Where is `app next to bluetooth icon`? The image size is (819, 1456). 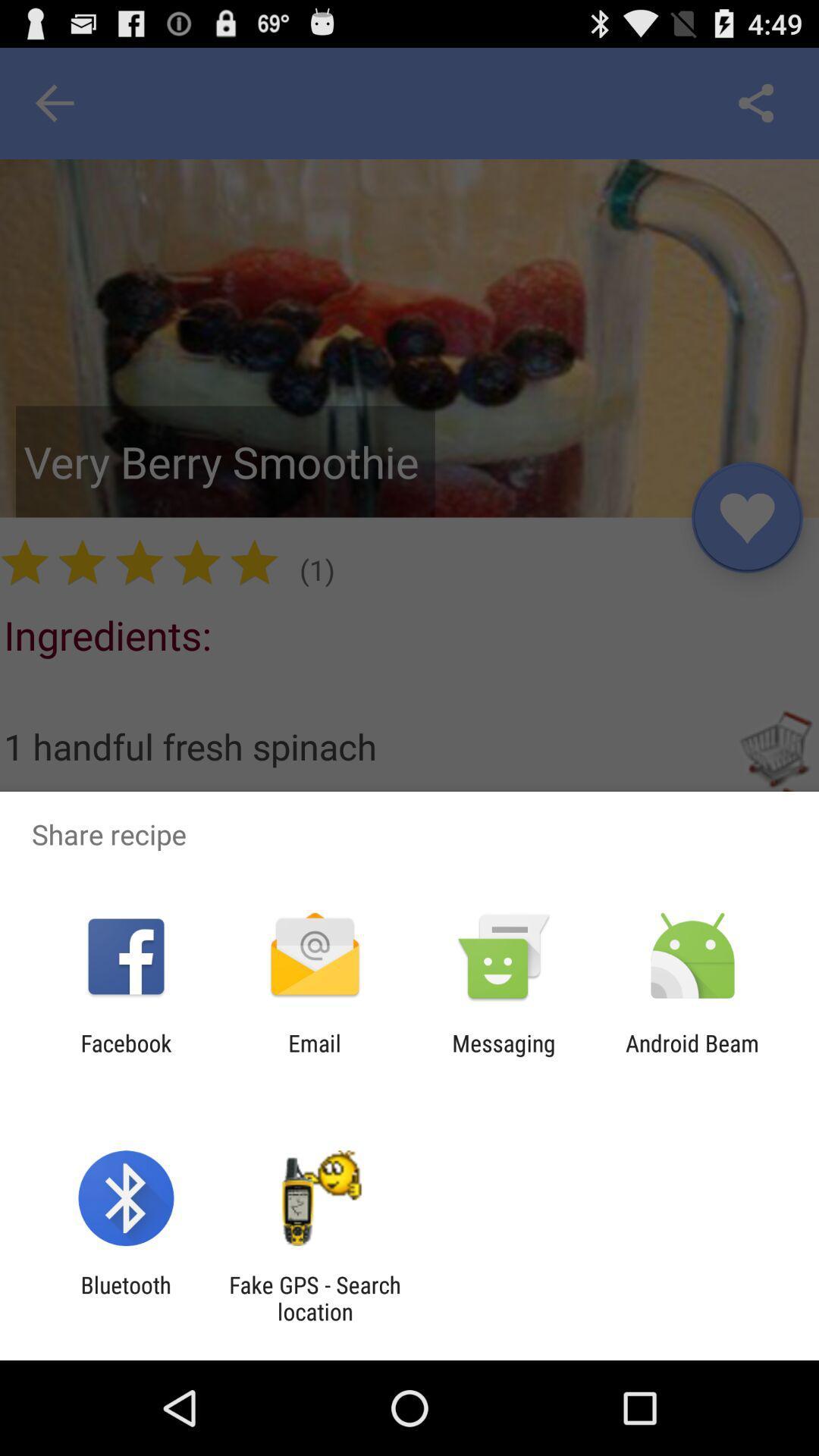
app next to bluetooth icon is located at coordinates (314, 1298).